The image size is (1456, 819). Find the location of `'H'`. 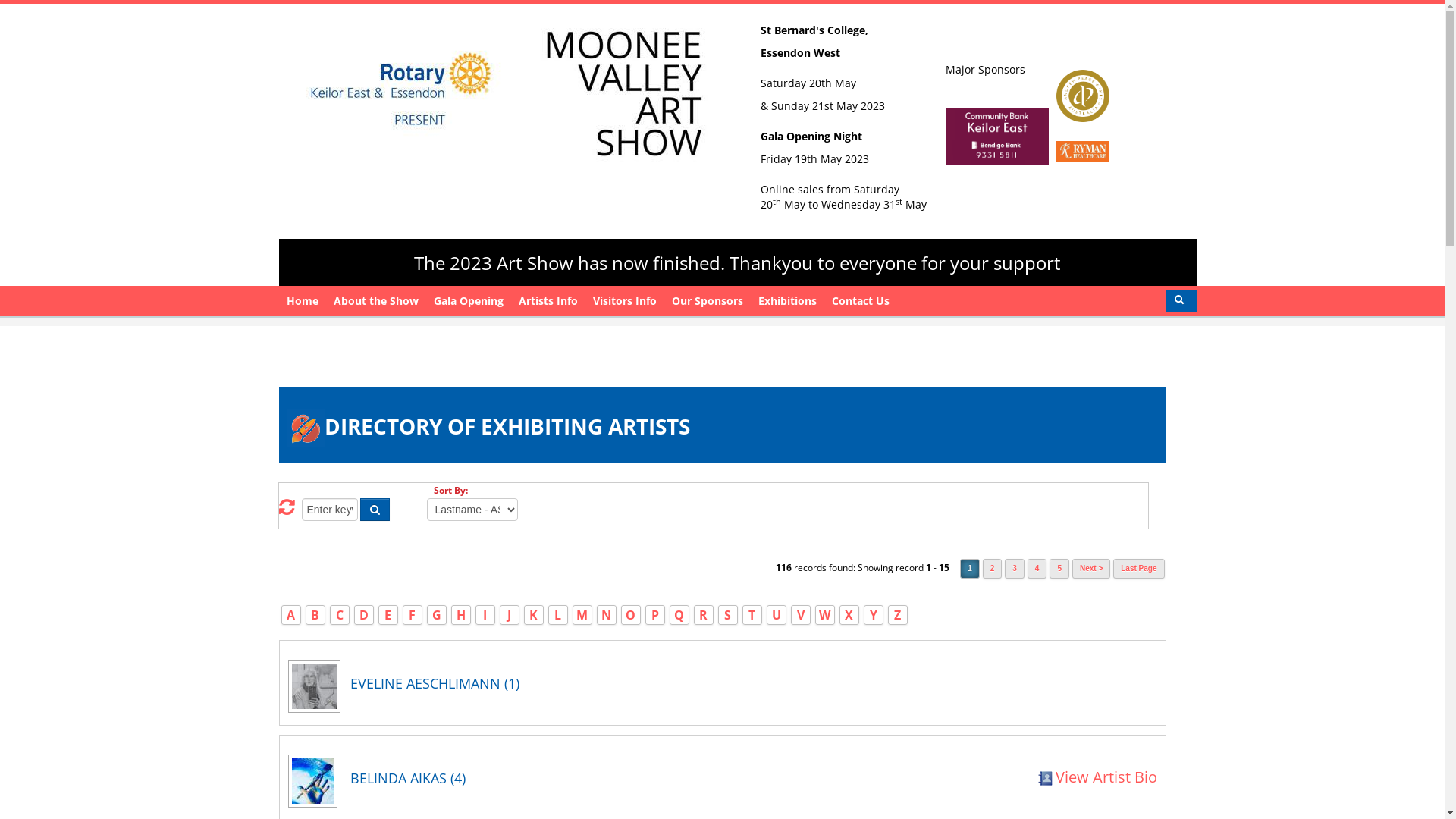

'H' is located at coordinates (460, 614).